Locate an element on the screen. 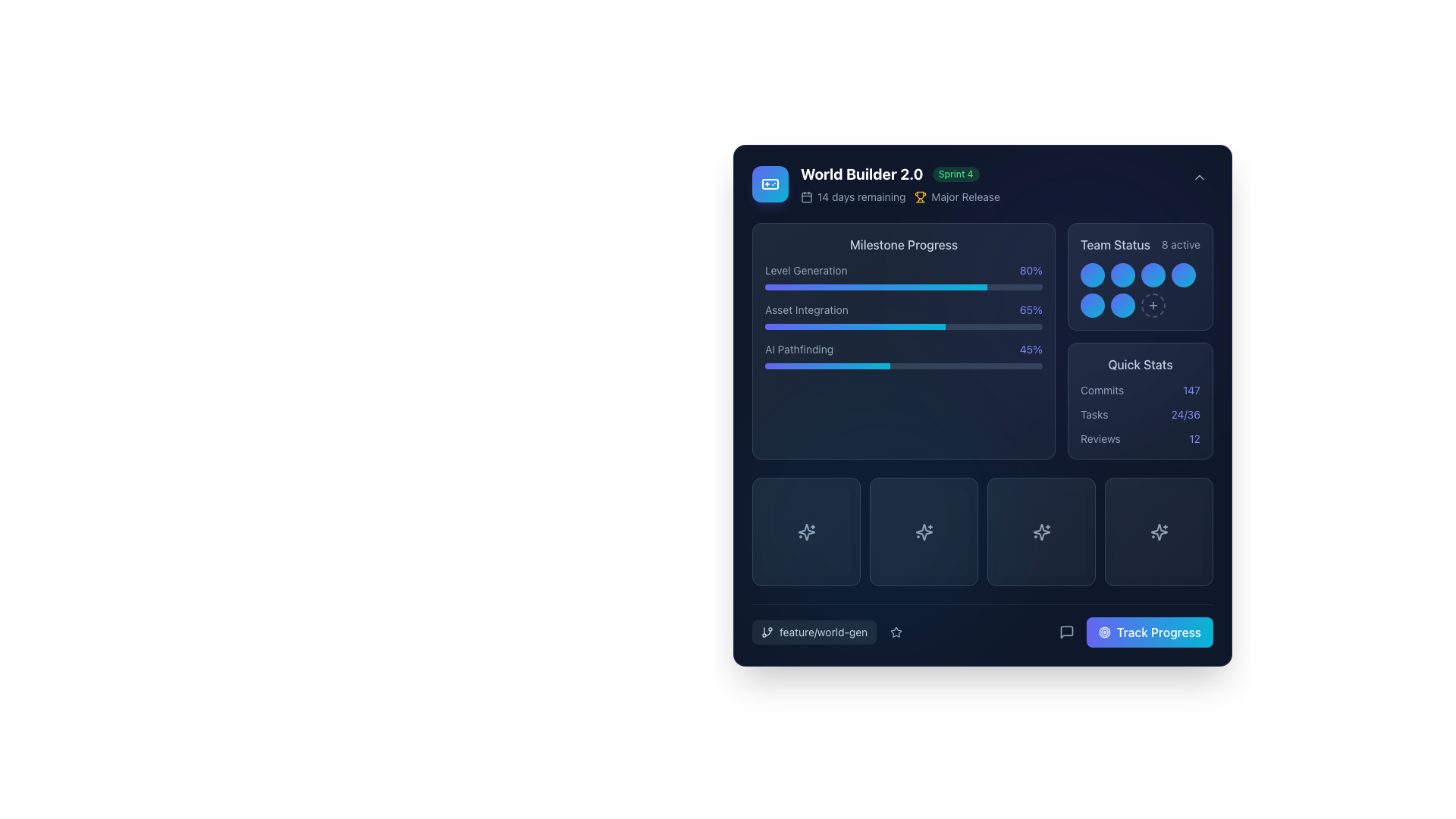 This screenshot has width=1456, height=819. the fifth circular indicator in the 'Team Status' section, which features a gradient from indigo to cyan and is located at the coordinates provided is located at coordinates (1092, 305).